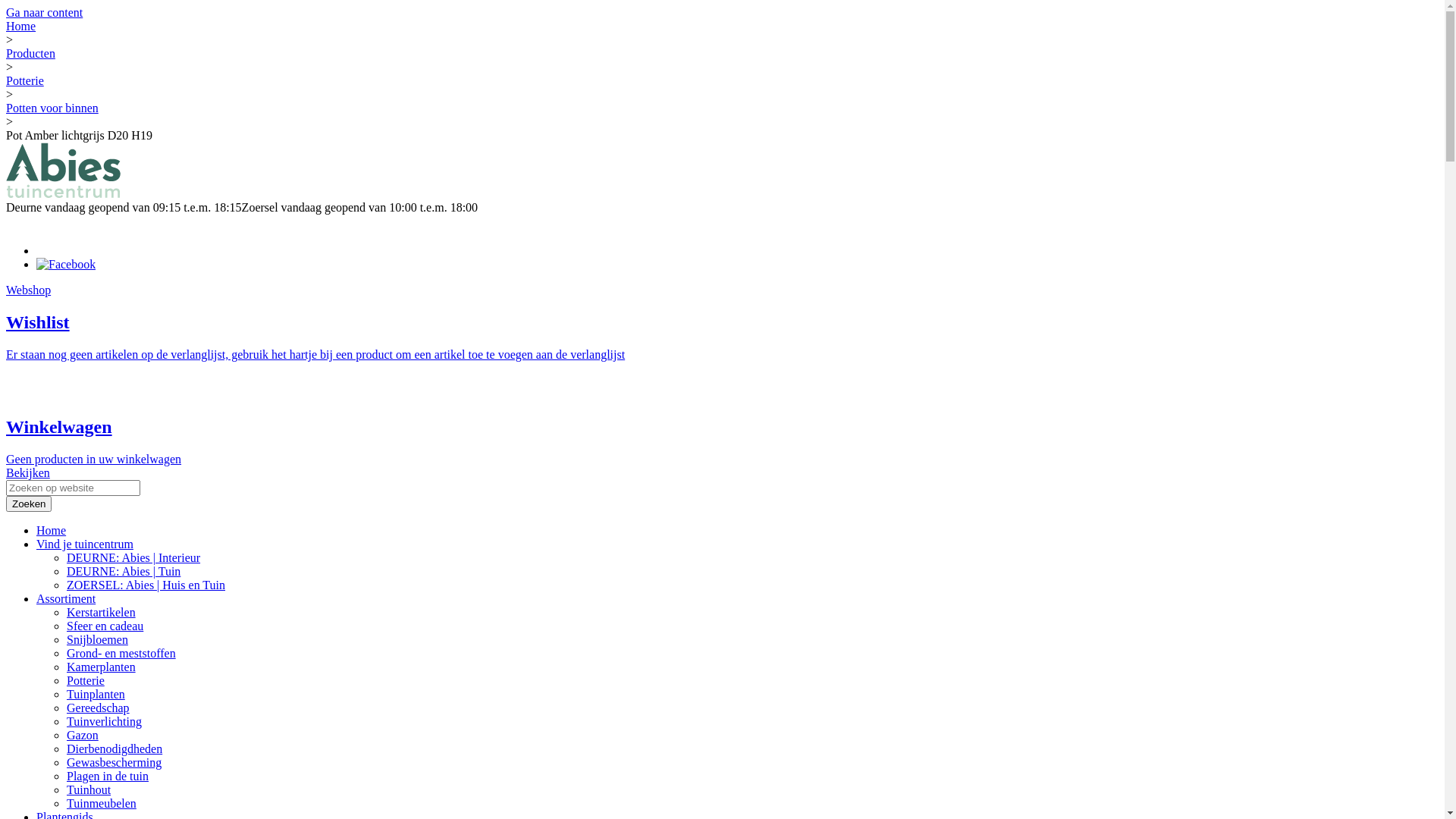  What do you see at coordinates (83, 543) in the screenshot?
I see `'Vind je tuincentrum'` at bounding box center [83, 543].